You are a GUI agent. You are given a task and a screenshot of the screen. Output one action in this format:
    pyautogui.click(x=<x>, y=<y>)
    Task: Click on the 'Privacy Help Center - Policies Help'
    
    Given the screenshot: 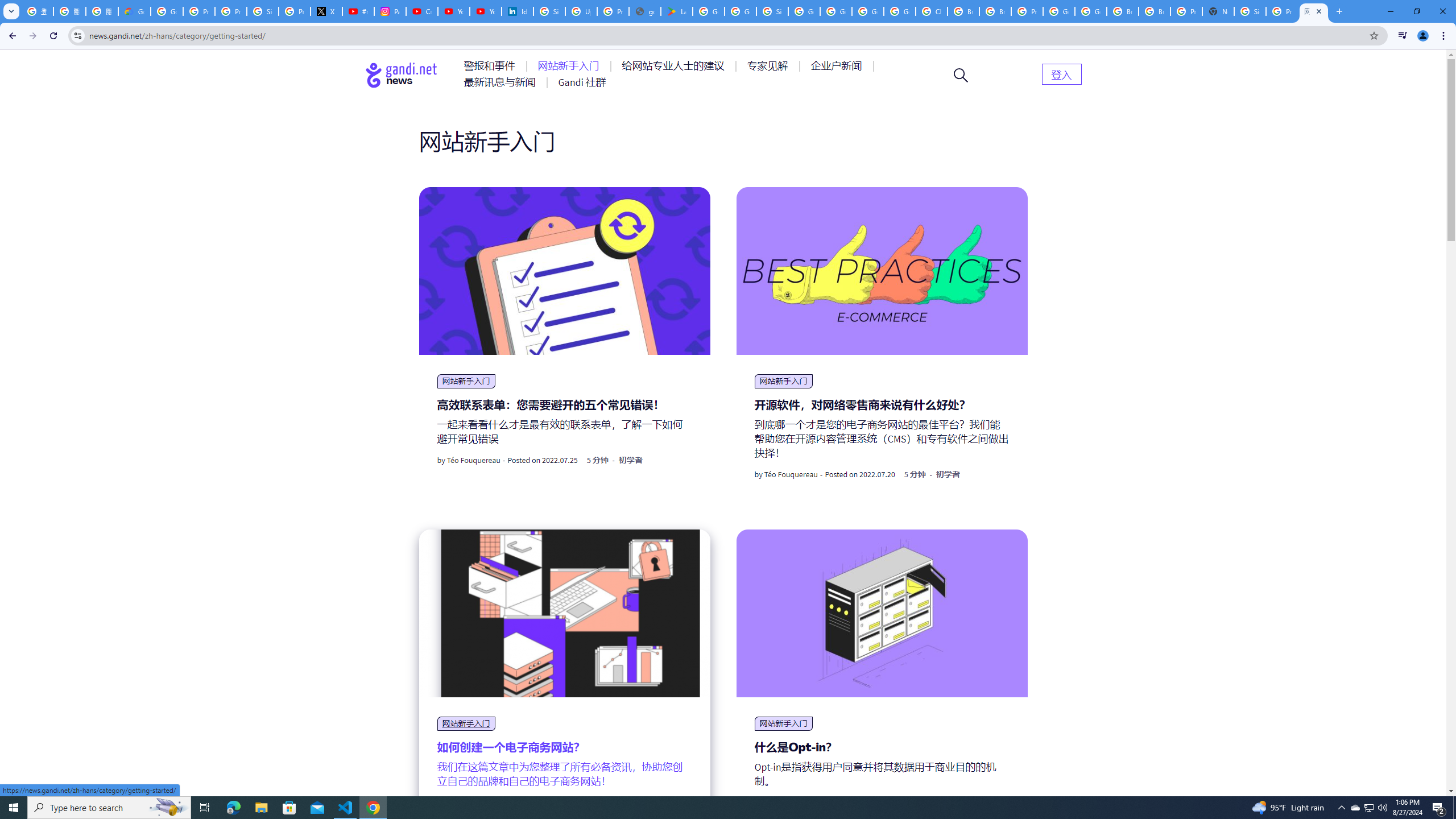 What is the action you would take?
    pyautogui.click(x=198, y=11)
    